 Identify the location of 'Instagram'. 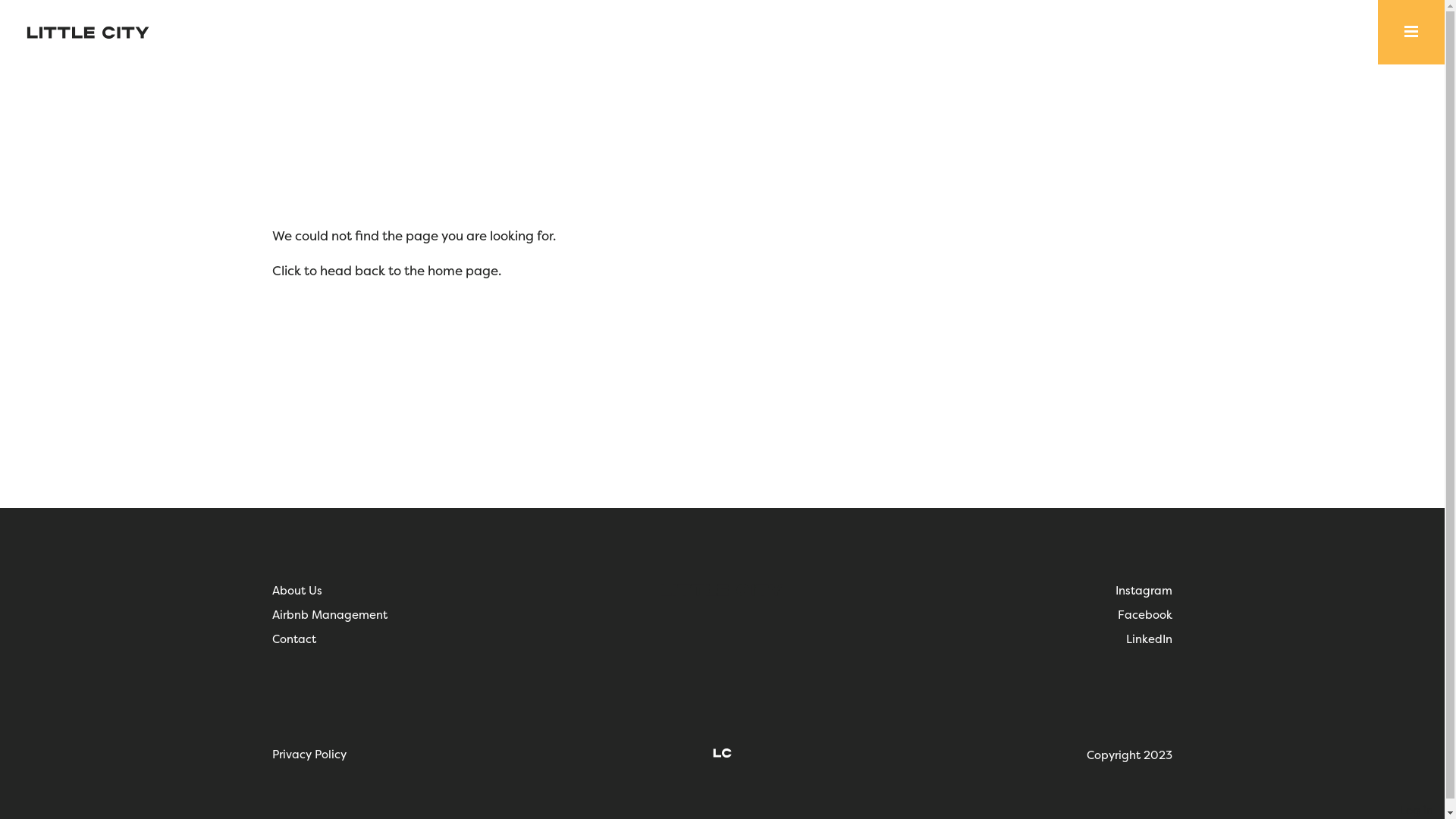
(1144, 590).